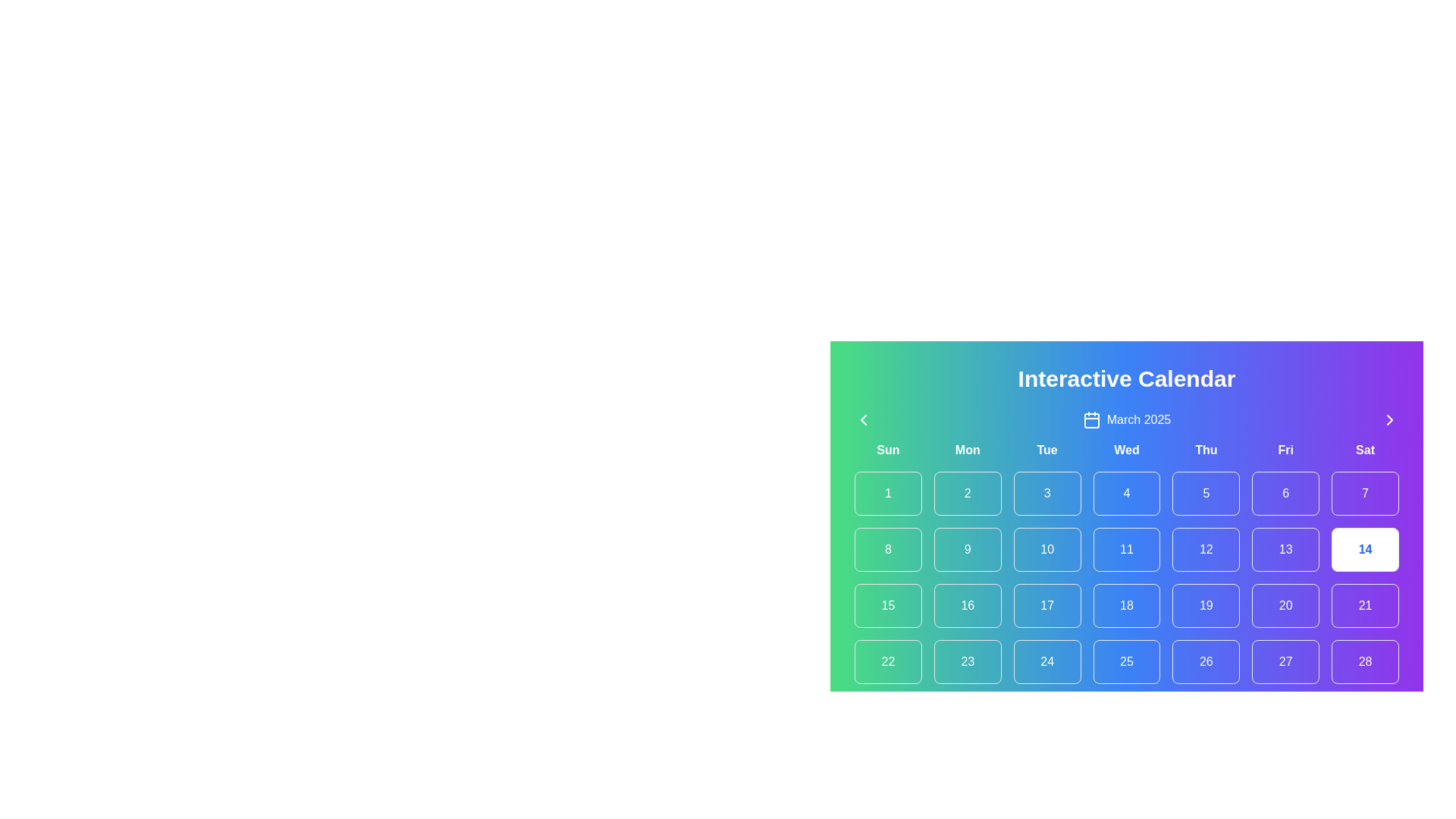 The image size is (1456, 819). I want to click on the calendar day cell containing the number '3' located, so click(1046, 494).